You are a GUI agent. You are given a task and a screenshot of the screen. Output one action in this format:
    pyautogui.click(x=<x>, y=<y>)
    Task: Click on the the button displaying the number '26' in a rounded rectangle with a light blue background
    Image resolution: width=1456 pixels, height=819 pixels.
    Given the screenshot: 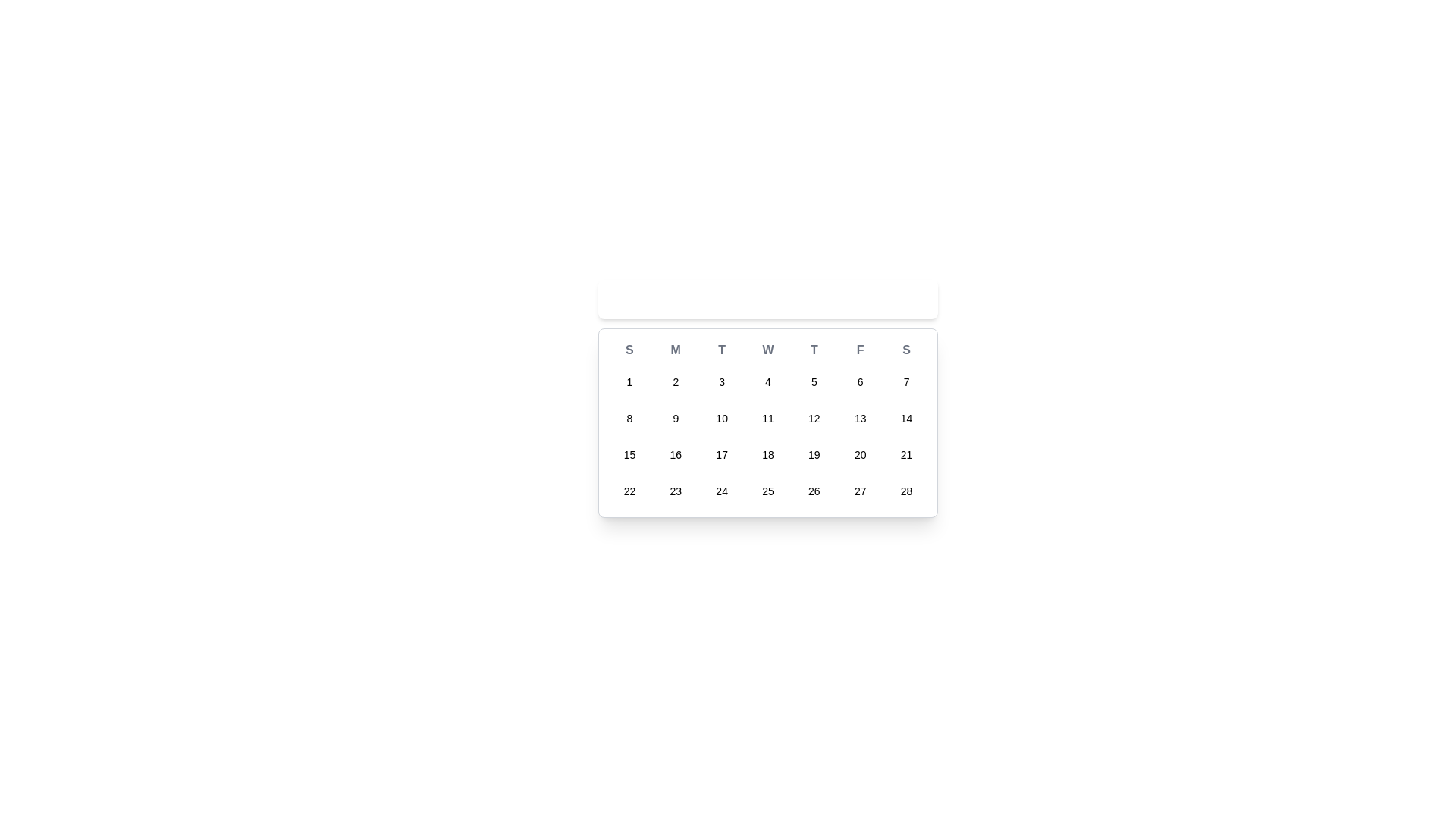 What is the action you would take?
    pyautogui.click(x=813, y=491)
    